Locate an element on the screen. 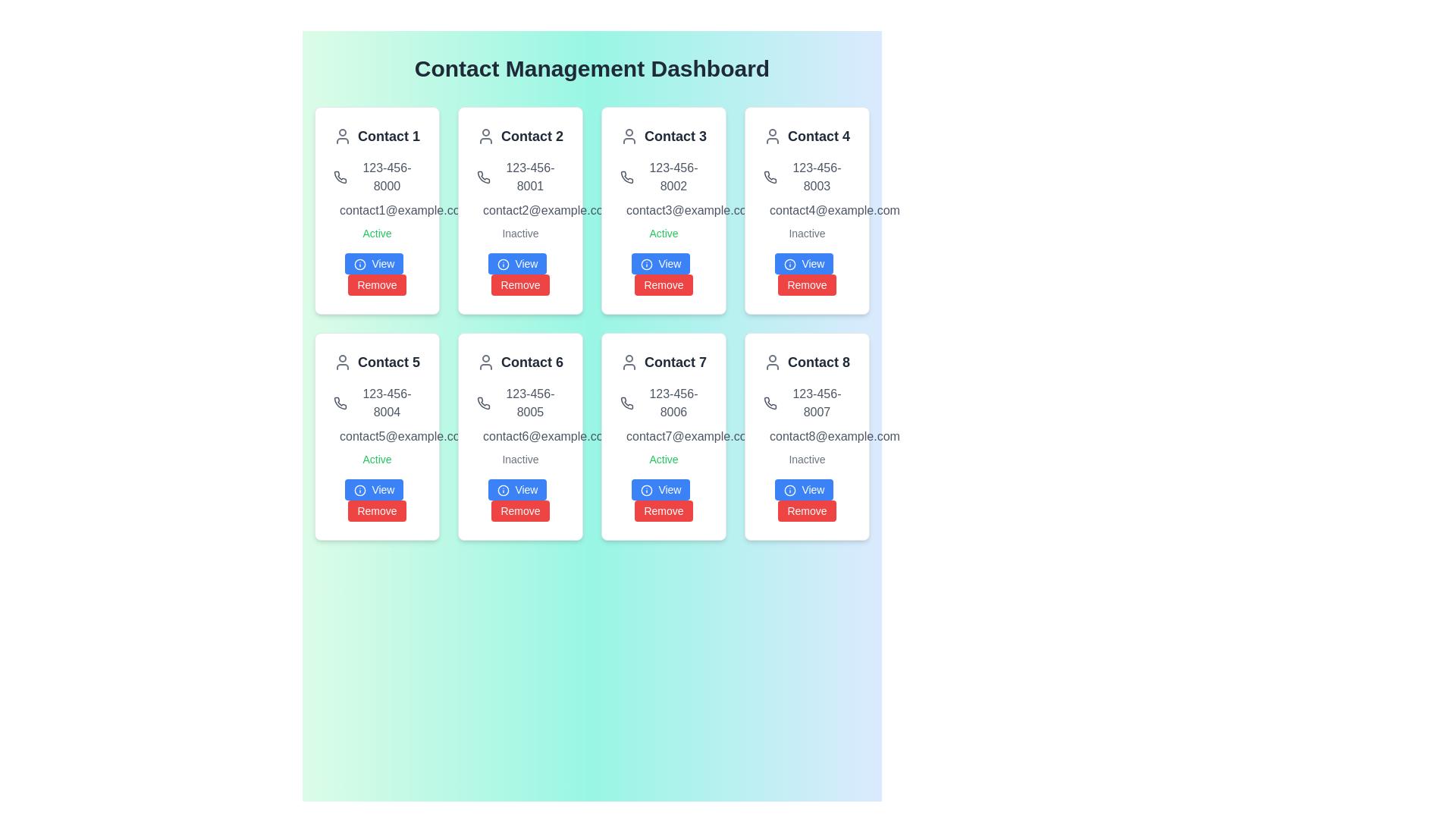 The image size is (1456, 819). the text label displaying 'Contact 5' which is located at the top of the second row in the grid of contact cards, featuring a user icon on its left is located at coordinates (377, 362).